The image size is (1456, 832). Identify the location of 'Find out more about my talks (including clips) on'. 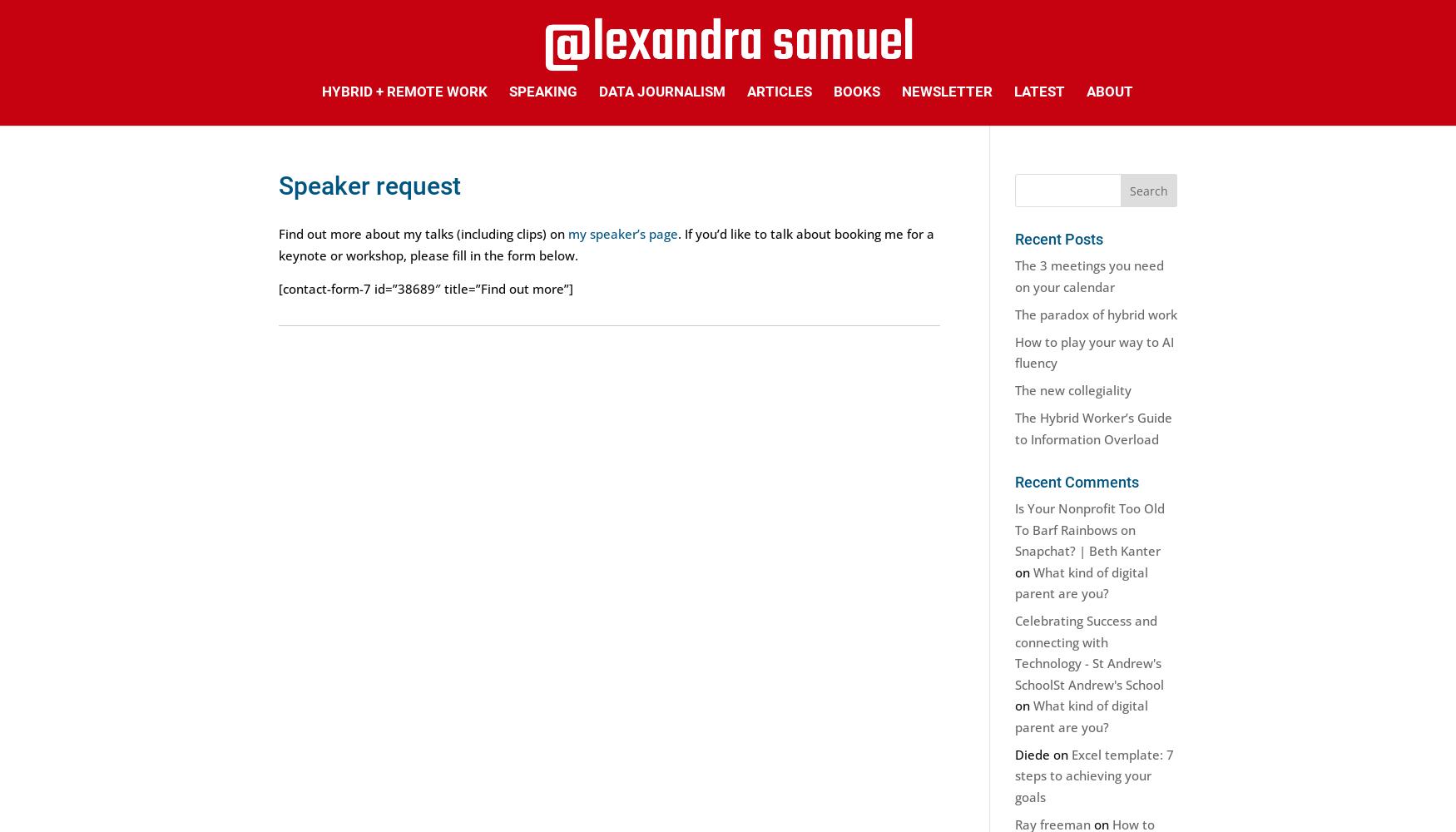
(423, 234).